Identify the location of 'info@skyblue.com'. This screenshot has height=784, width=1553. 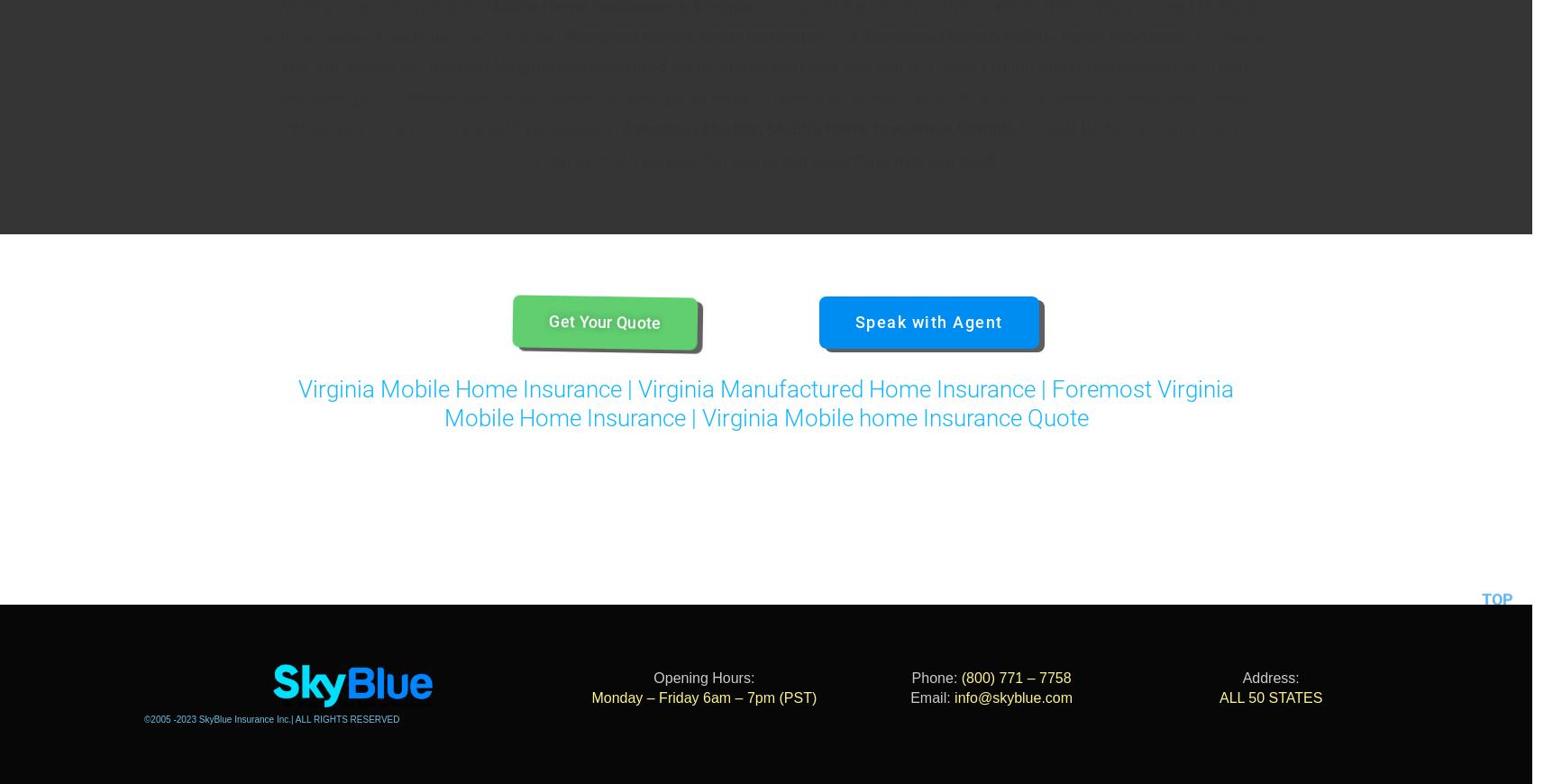
(1013, 697).